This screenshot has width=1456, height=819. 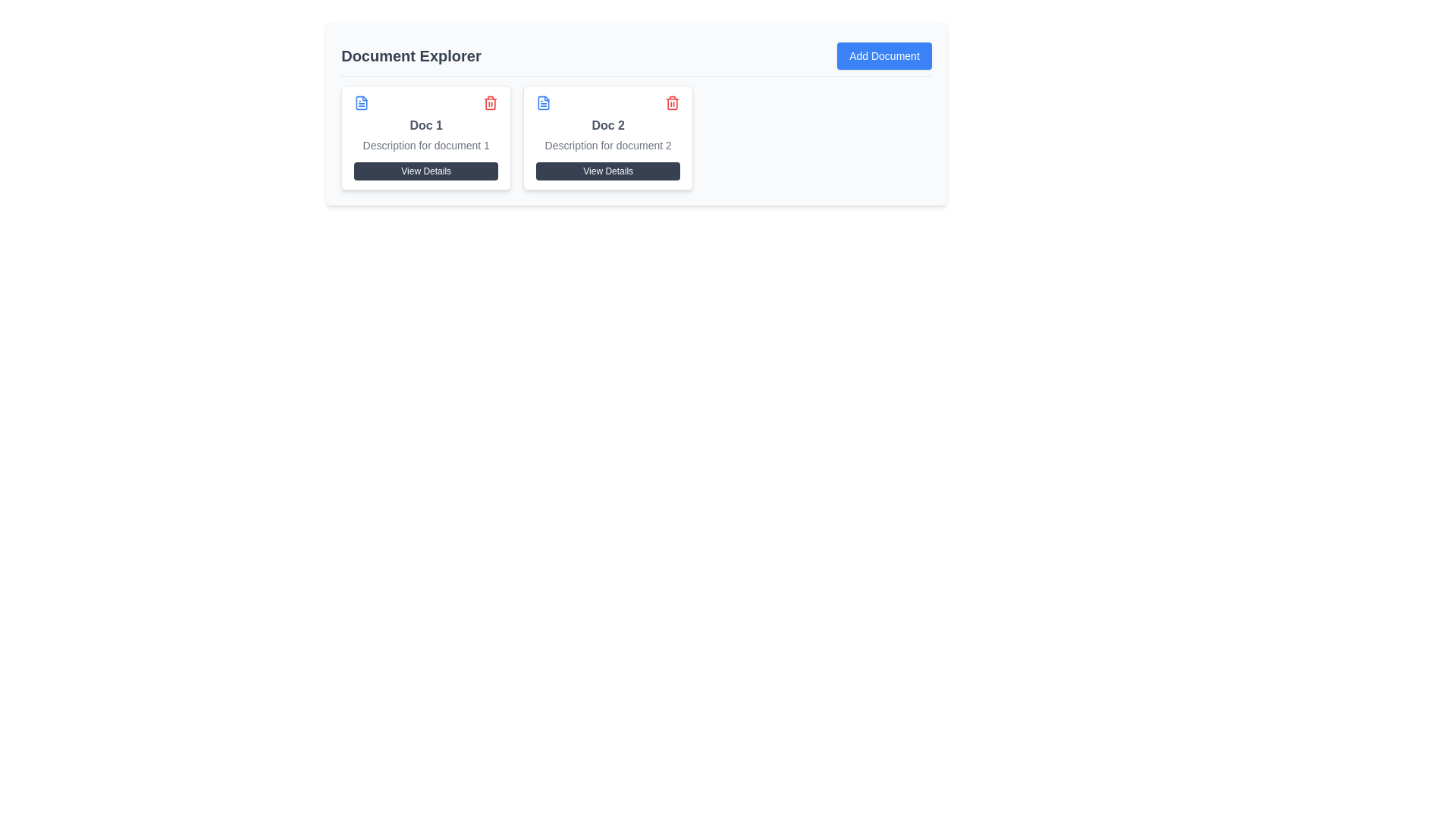 I want to click on the button located at the bottom of the card labeled 'Doc 1', so click(x=425, y=171).